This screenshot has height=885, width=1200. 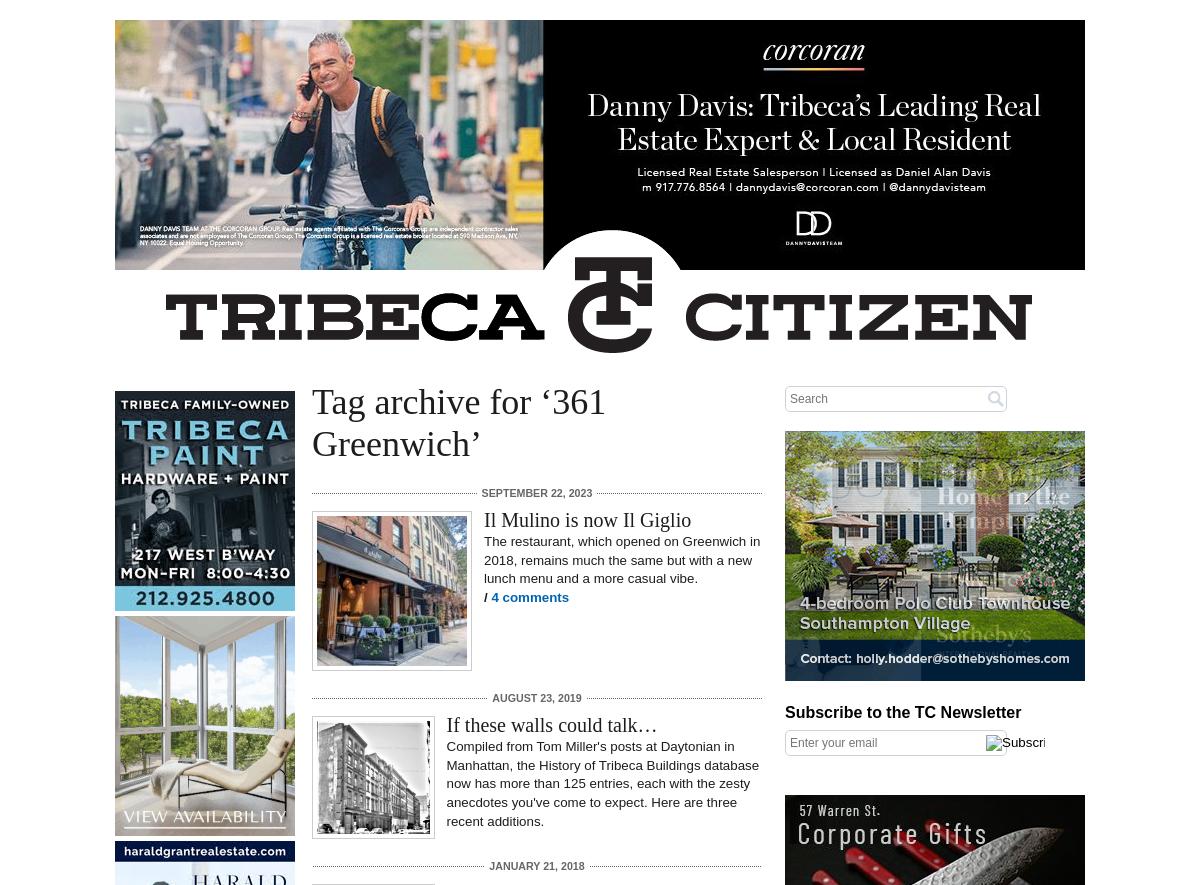 I want to click on 'Tag archive for ‘361 Greenwich’', so click(x=458, y=423).